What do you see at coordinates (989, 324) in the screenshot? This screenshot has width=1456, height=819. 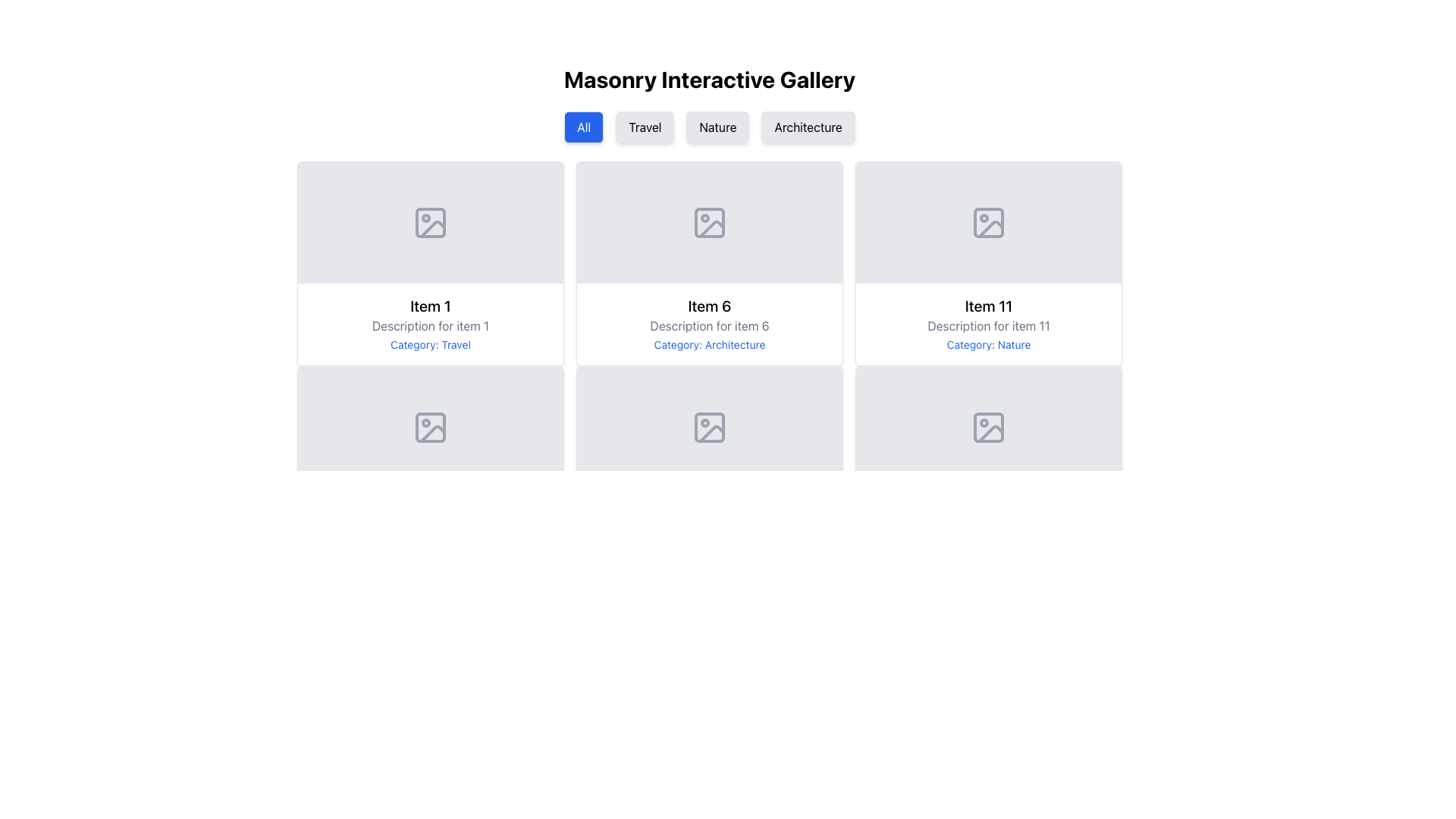 I see `text from the gallery item information displayed in the text block located at the bottom-right corner of the third card in the top row of the gallery grid layout` at bounding box center [989, 324].